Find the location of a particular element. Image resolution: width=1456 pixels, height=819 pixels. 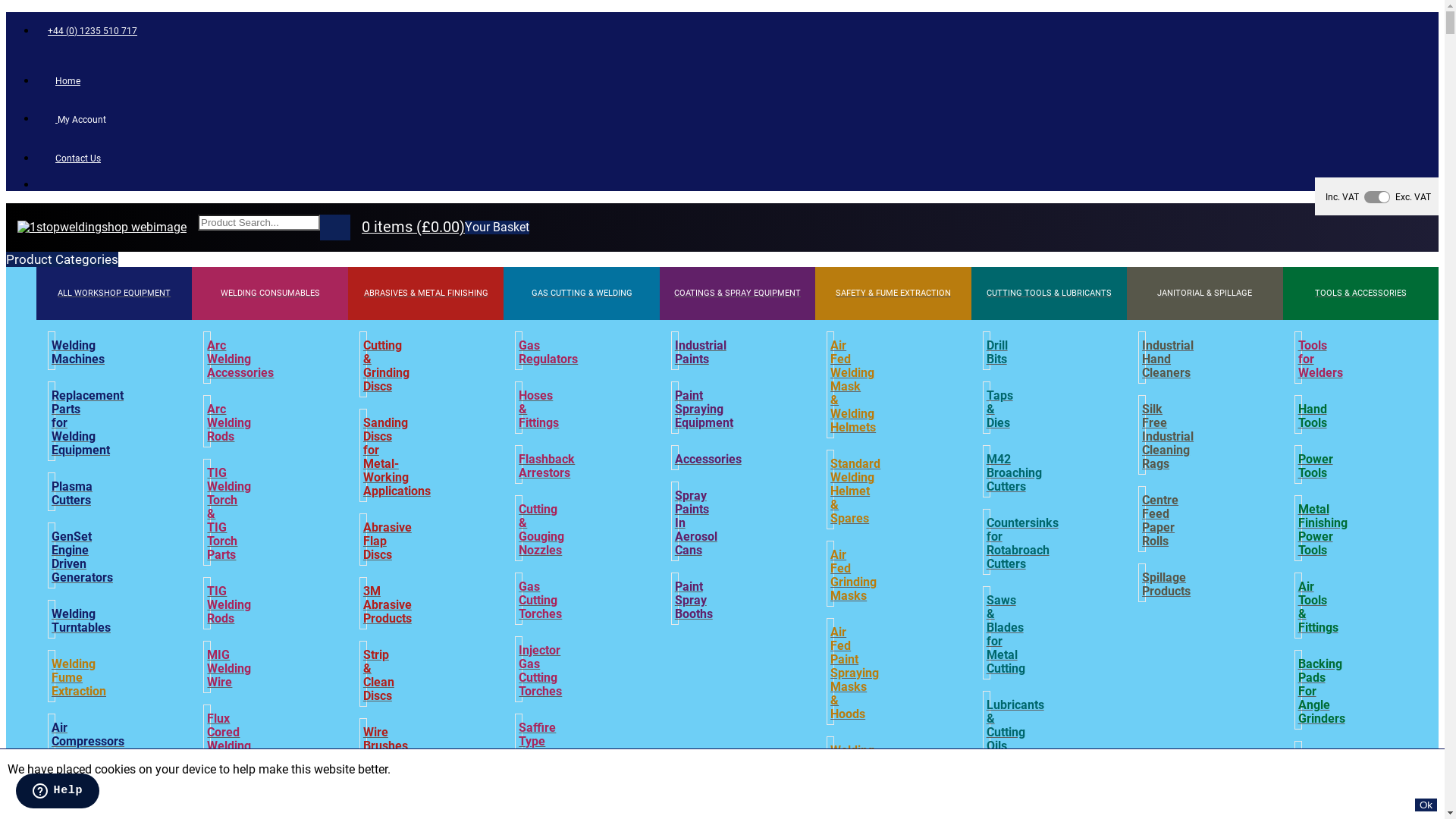

'Gas Cutting Torches' is located at coordinates (540, 599).